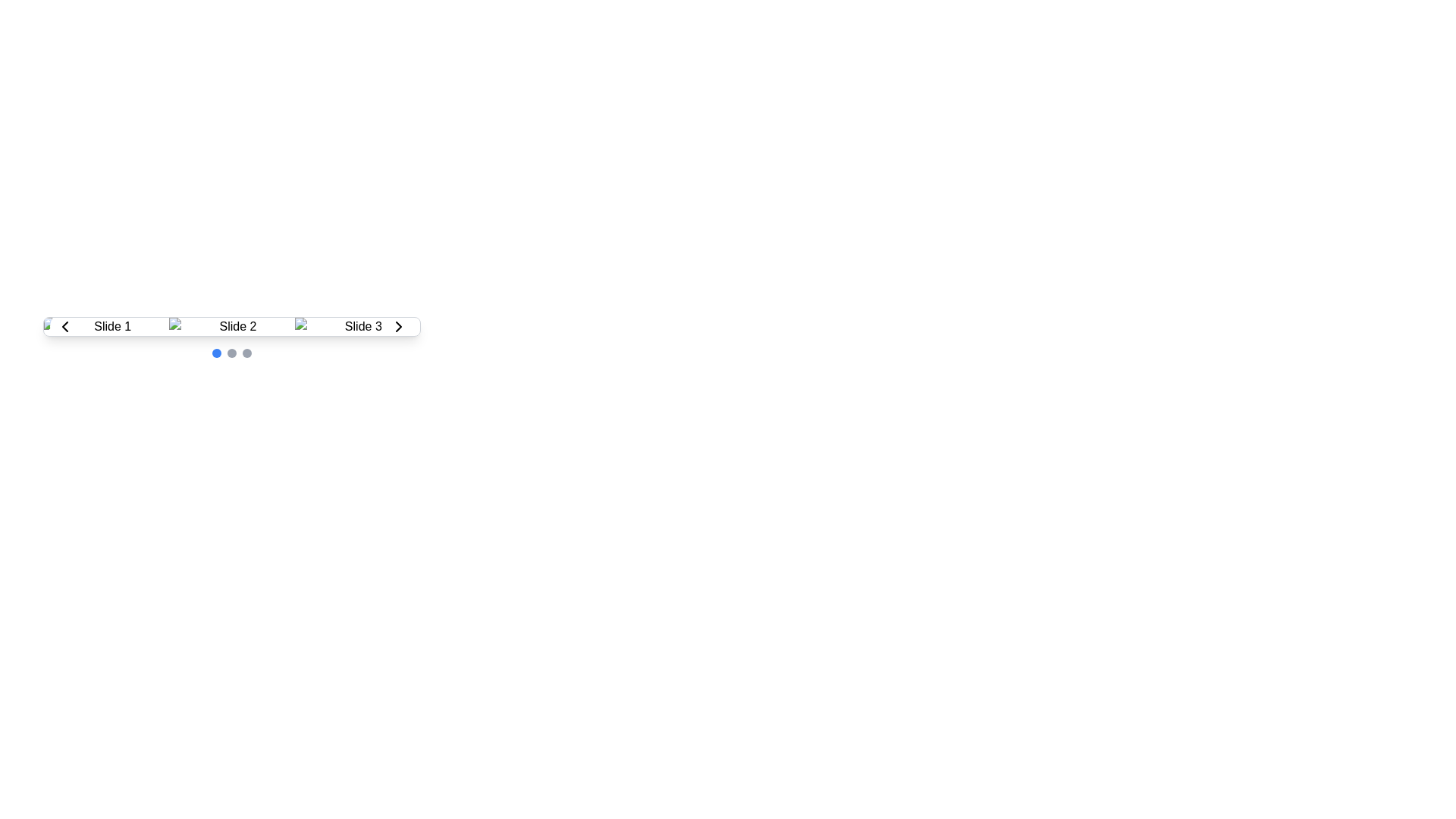 Image resolution: width=1456 pixels, height=819 pixels. I want to click on the second dot indicator in the carousel that visually identifies the currently displayed slide, so click(231, 336).